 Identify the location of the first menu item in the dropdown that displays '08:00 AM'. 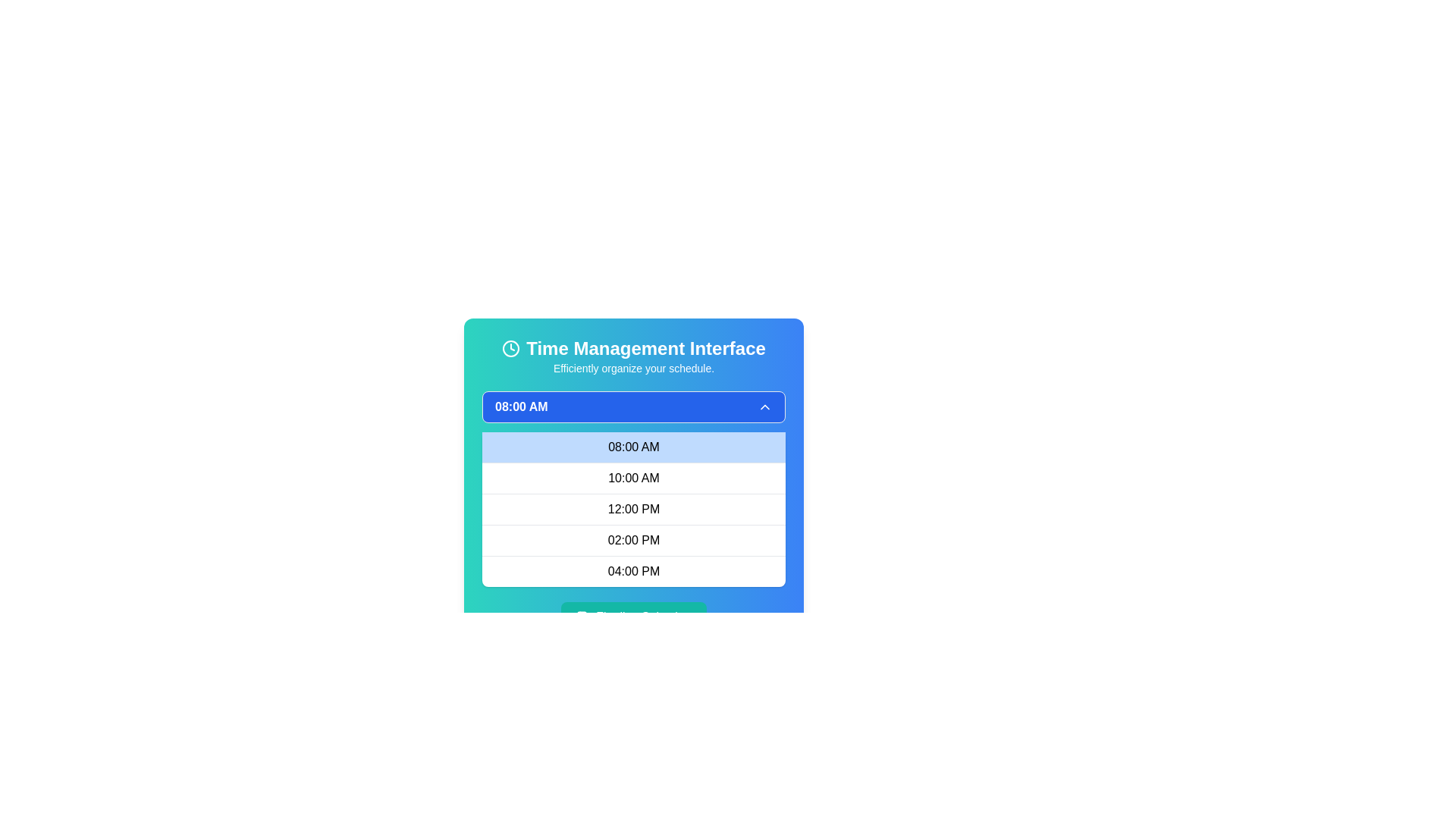
(633, 447).